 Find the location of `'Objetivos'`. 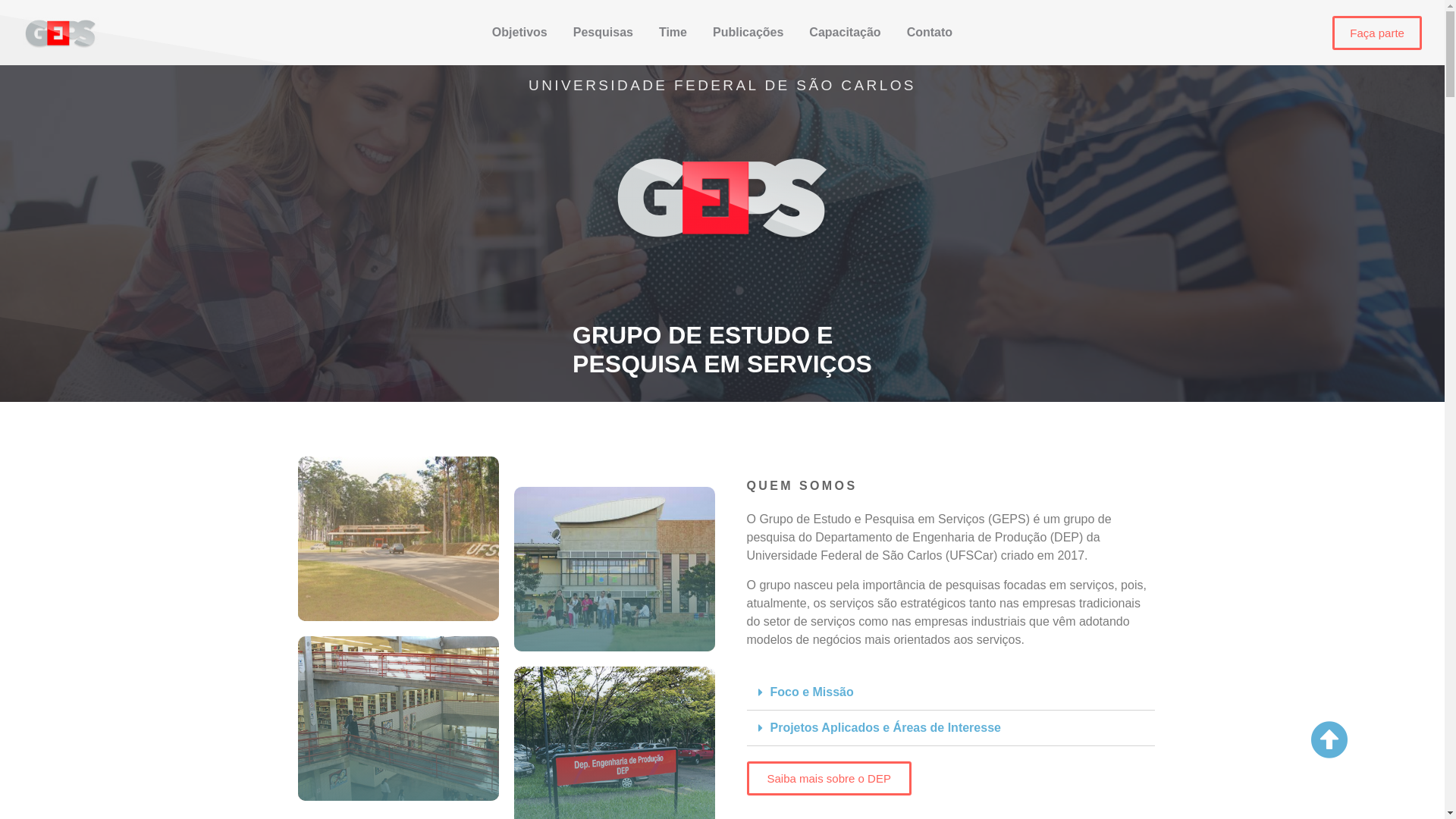

'Objetivos' is located at coordinates (519, 32).